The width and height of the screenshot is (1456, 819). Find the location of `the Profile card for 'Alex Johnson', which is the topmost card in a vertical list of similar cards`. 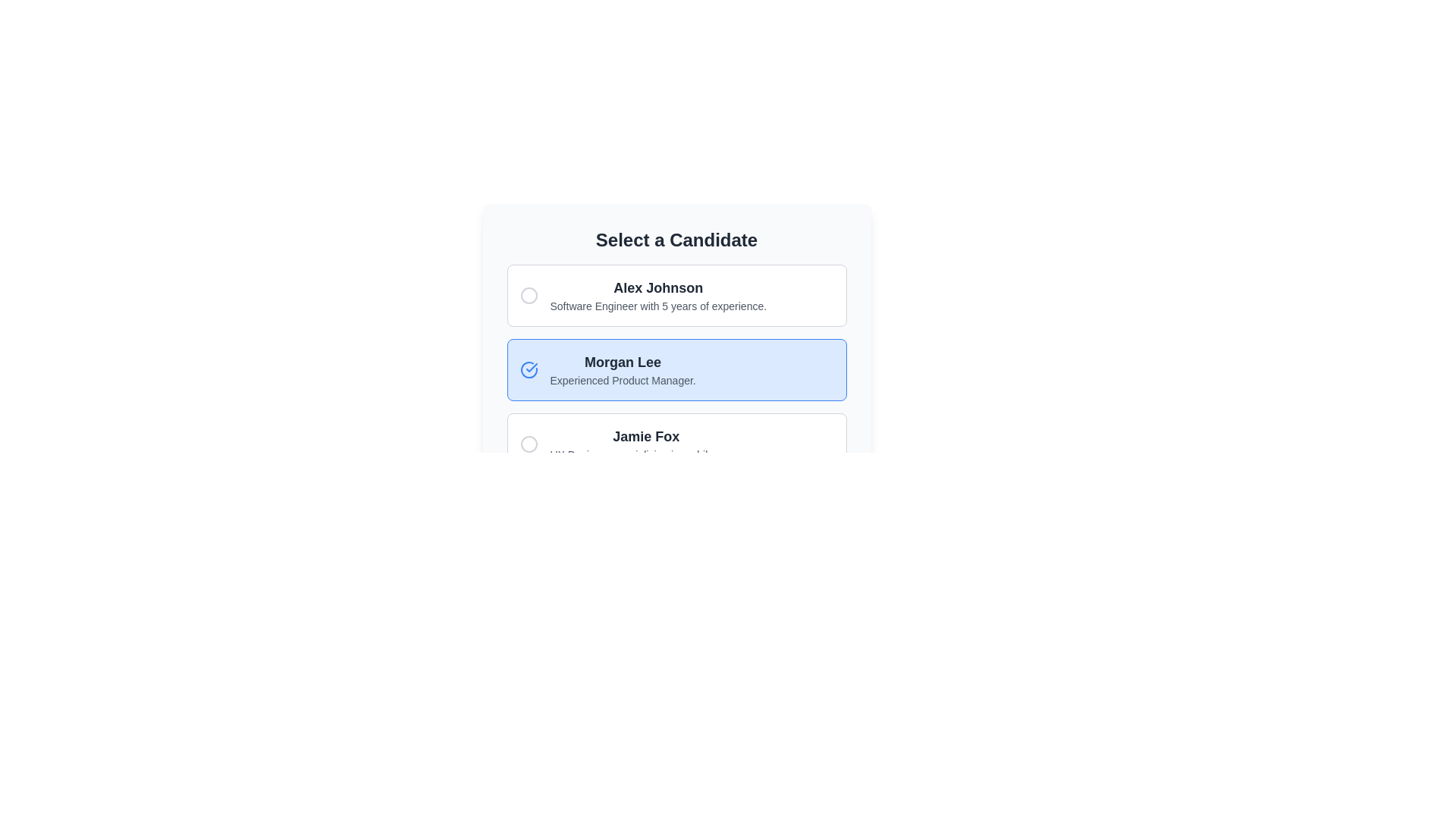

the Profile card for 'Alex Johnson', which is the topmost card in a vertical list of similar cards is located at coordinates (676, 295).